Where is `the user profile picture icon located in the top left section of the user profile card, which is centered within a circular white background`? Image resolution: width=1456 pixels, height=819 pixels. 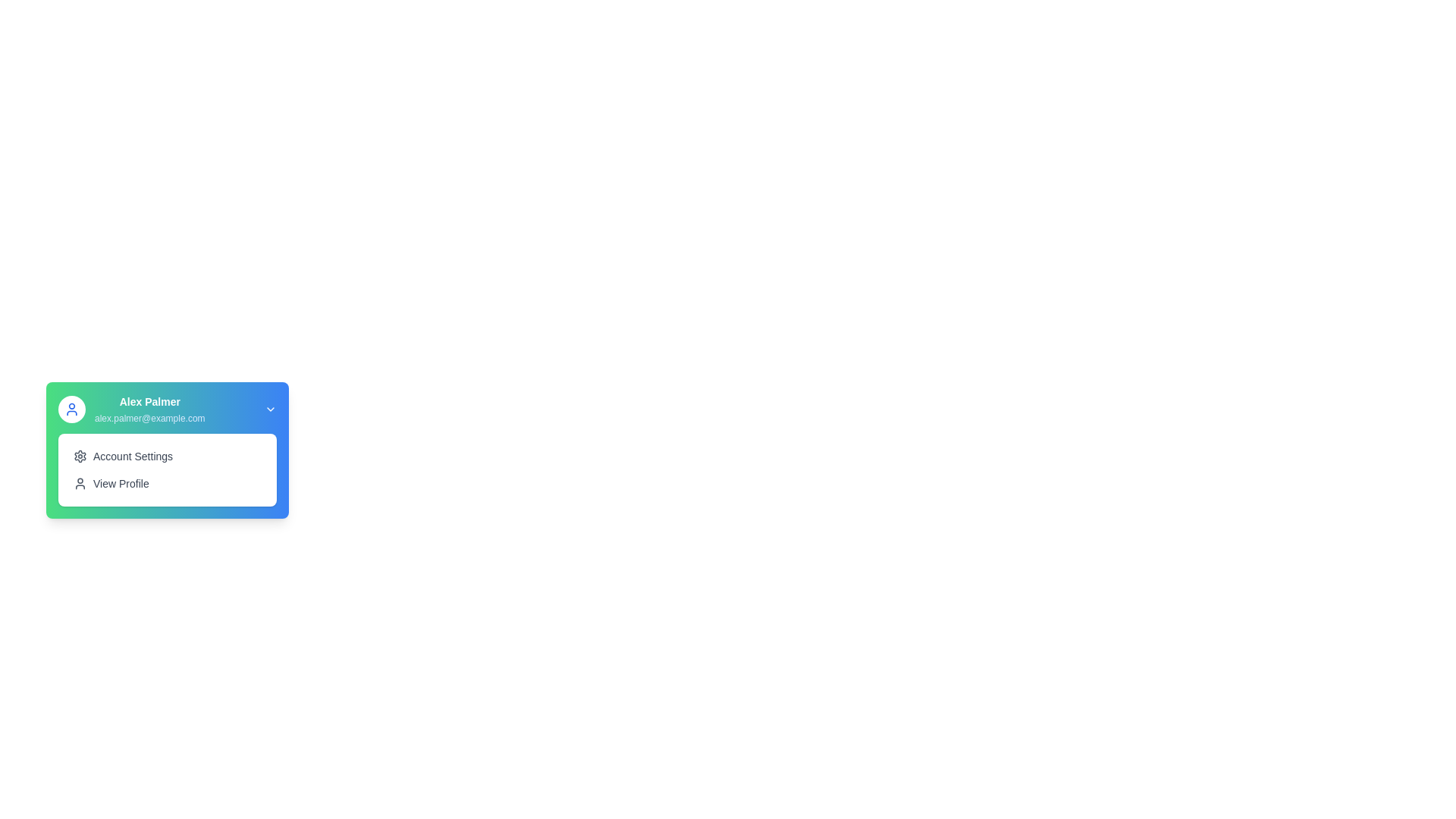
the user profile picture icon located in the top left section of the user profile card, which is centered within a circular white background is located at coordinates (71, 409).